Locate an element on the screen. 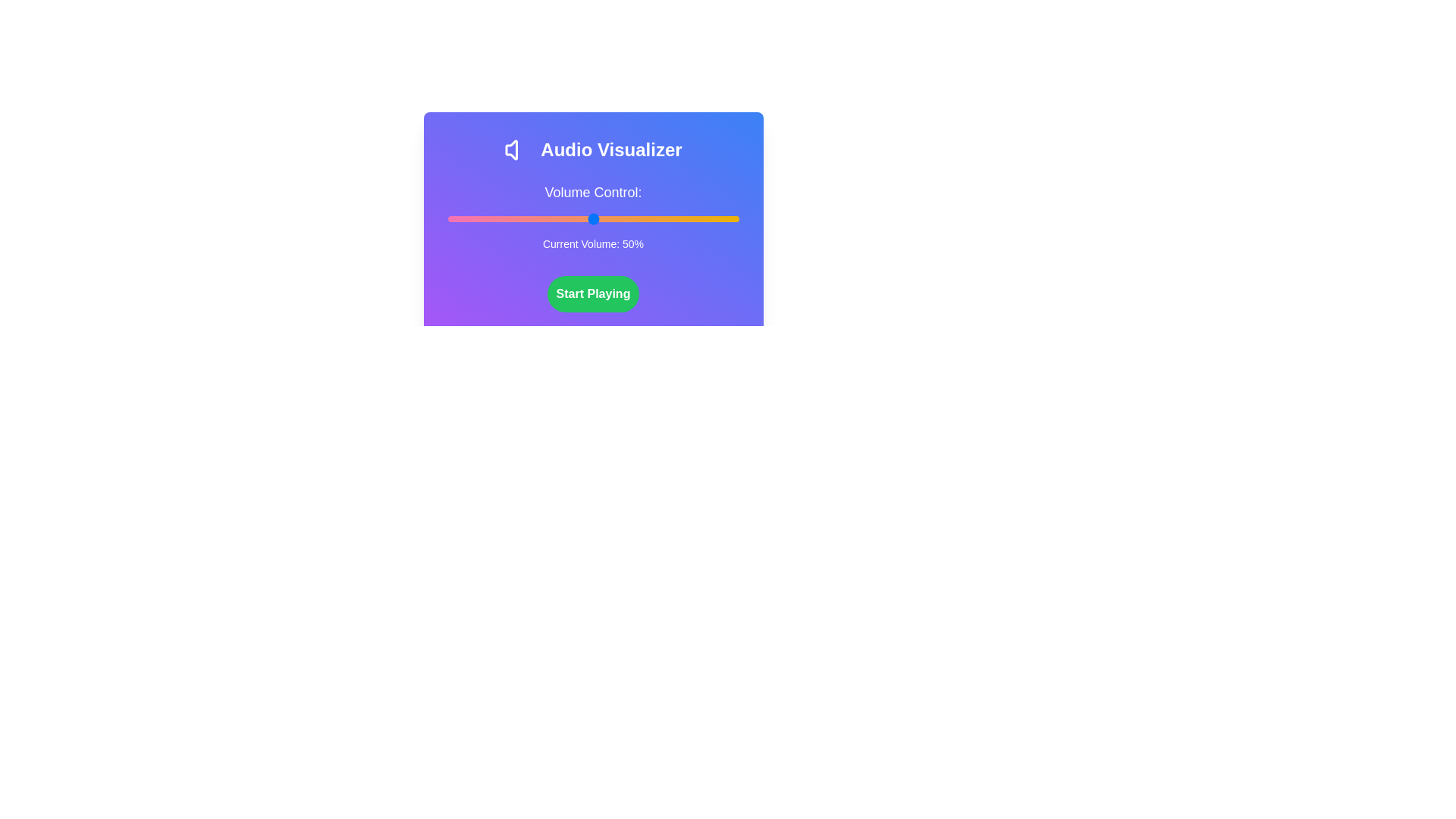  the volume level is located at coordinates (651, 219).